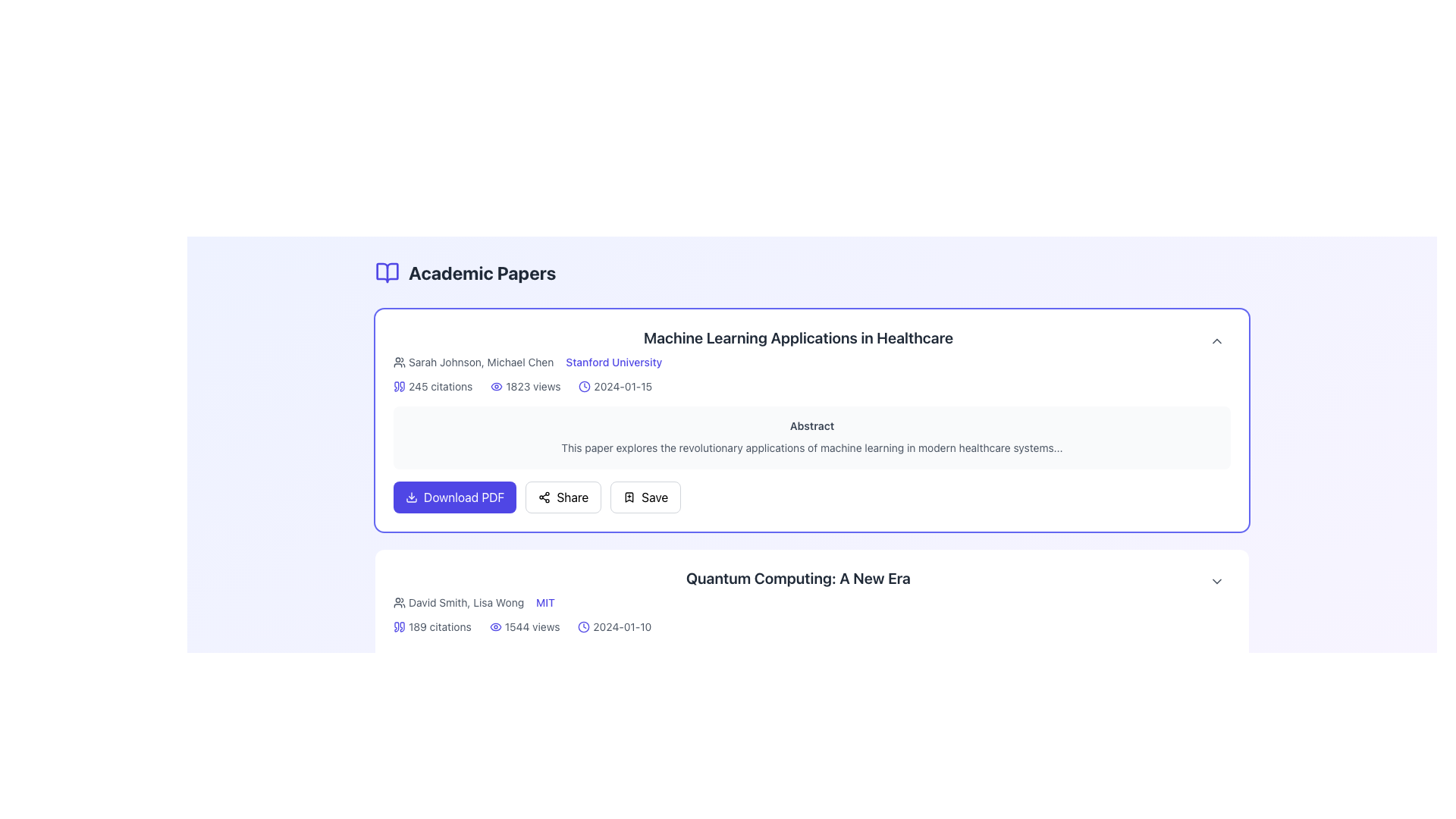 This screenshot has height=819, width=1456. I want to click on the download icon located on the left side of the 'Download PDF' button, so click(411, 497).